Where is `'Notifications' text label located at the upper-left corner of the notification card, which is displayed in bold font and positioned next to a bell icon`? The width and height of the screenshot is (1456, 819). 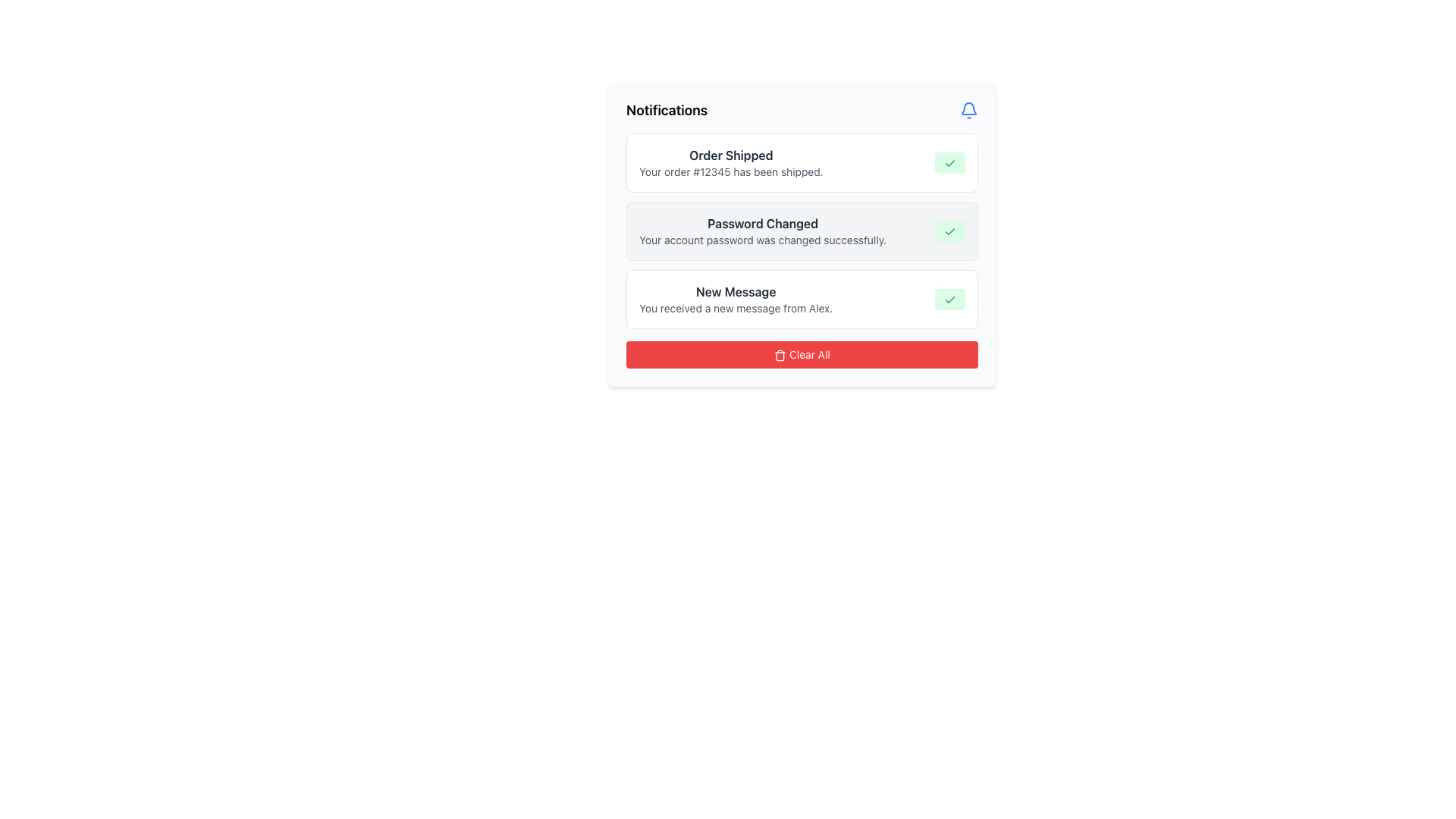
'Notifications' text label located at the upper-left corner of the notification card, which is displayed in bold font and positioned next to a bell icon is located at coordinates (667, 110).